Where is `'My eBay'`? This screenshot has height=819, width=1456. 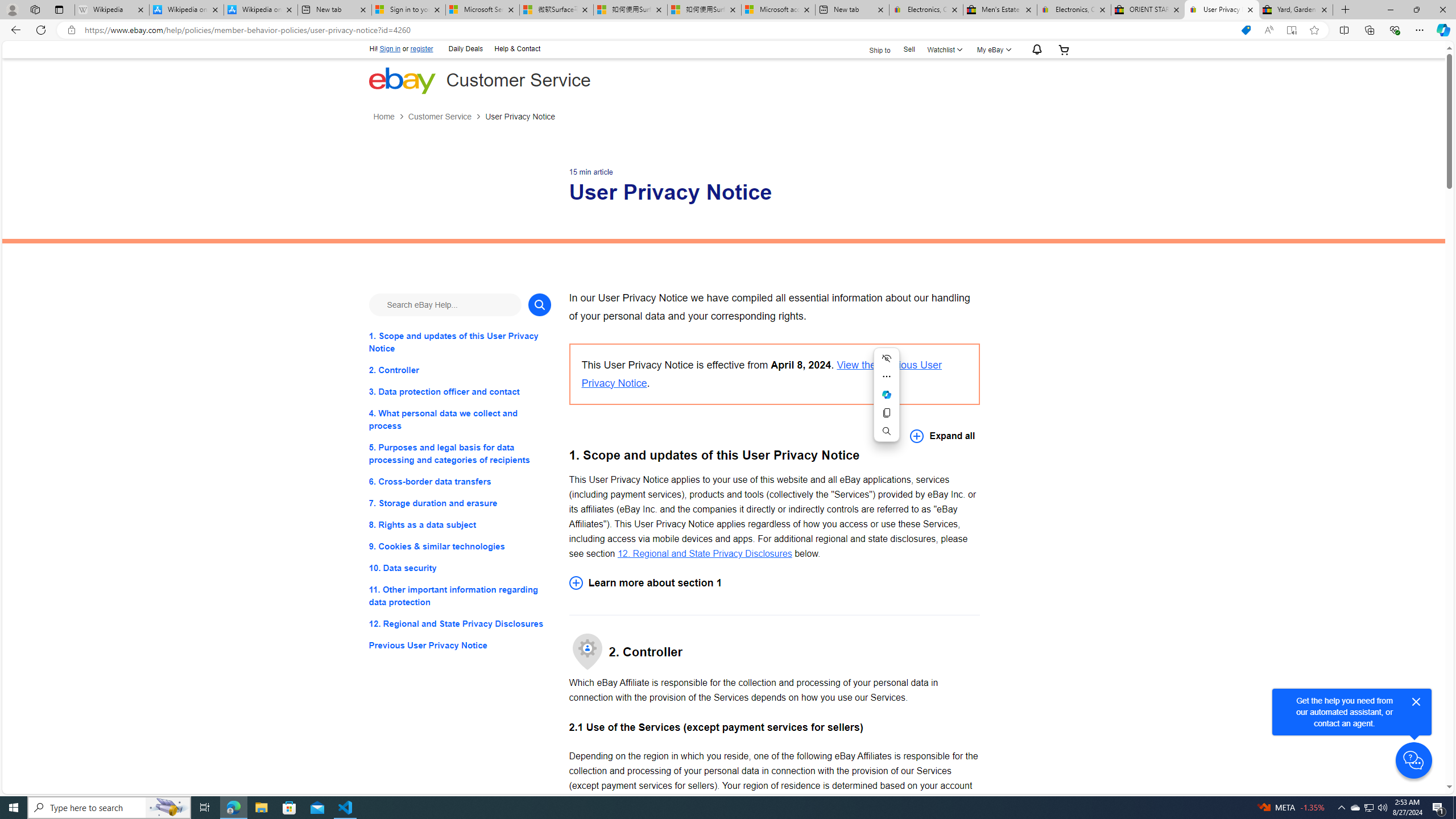 'My eBay' is located at coordinates (992, 49).